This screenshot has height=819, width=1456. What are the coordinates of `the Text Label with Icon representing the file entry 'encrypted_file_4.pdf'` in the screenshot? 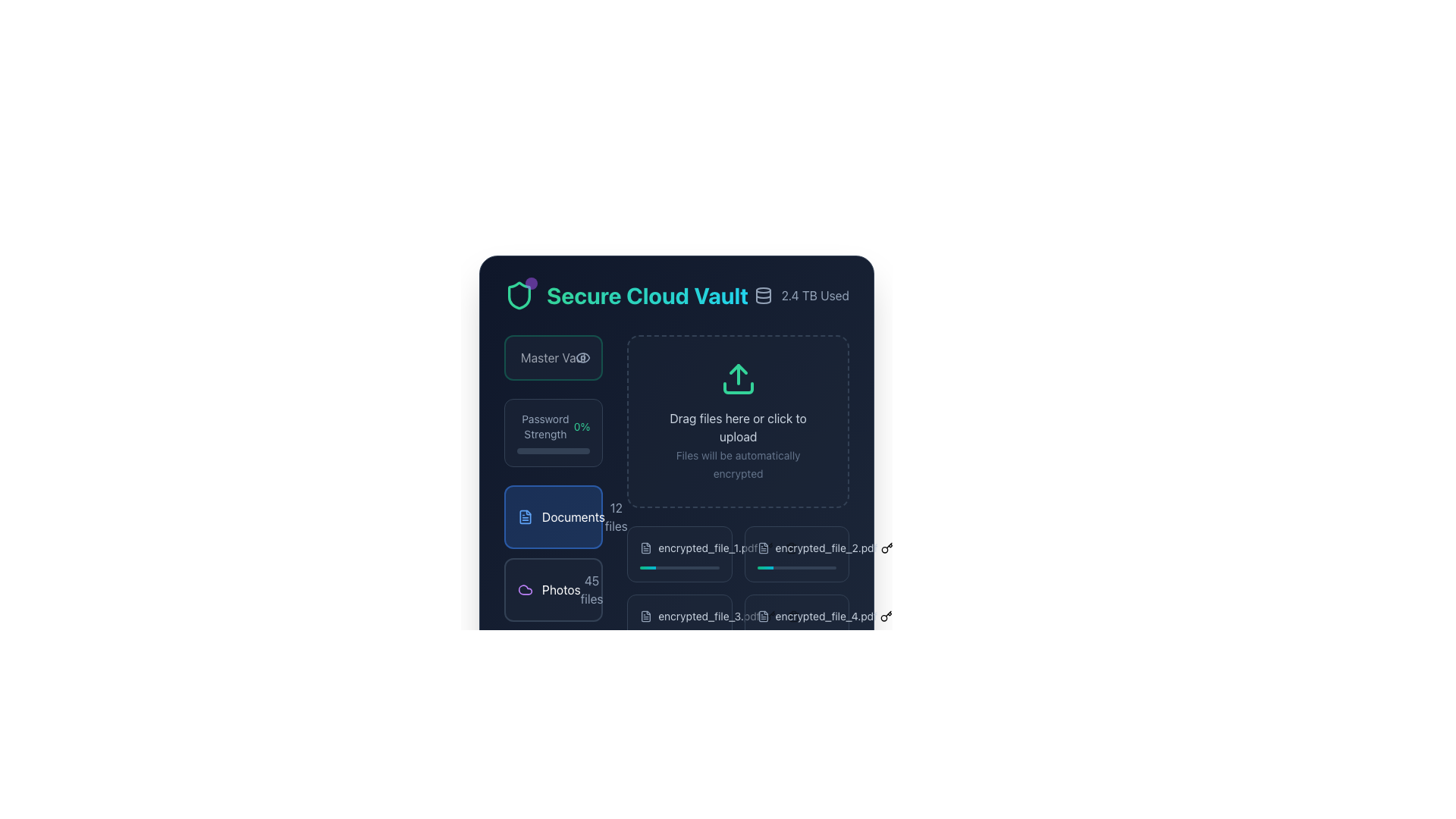 It's located at (816, 617).